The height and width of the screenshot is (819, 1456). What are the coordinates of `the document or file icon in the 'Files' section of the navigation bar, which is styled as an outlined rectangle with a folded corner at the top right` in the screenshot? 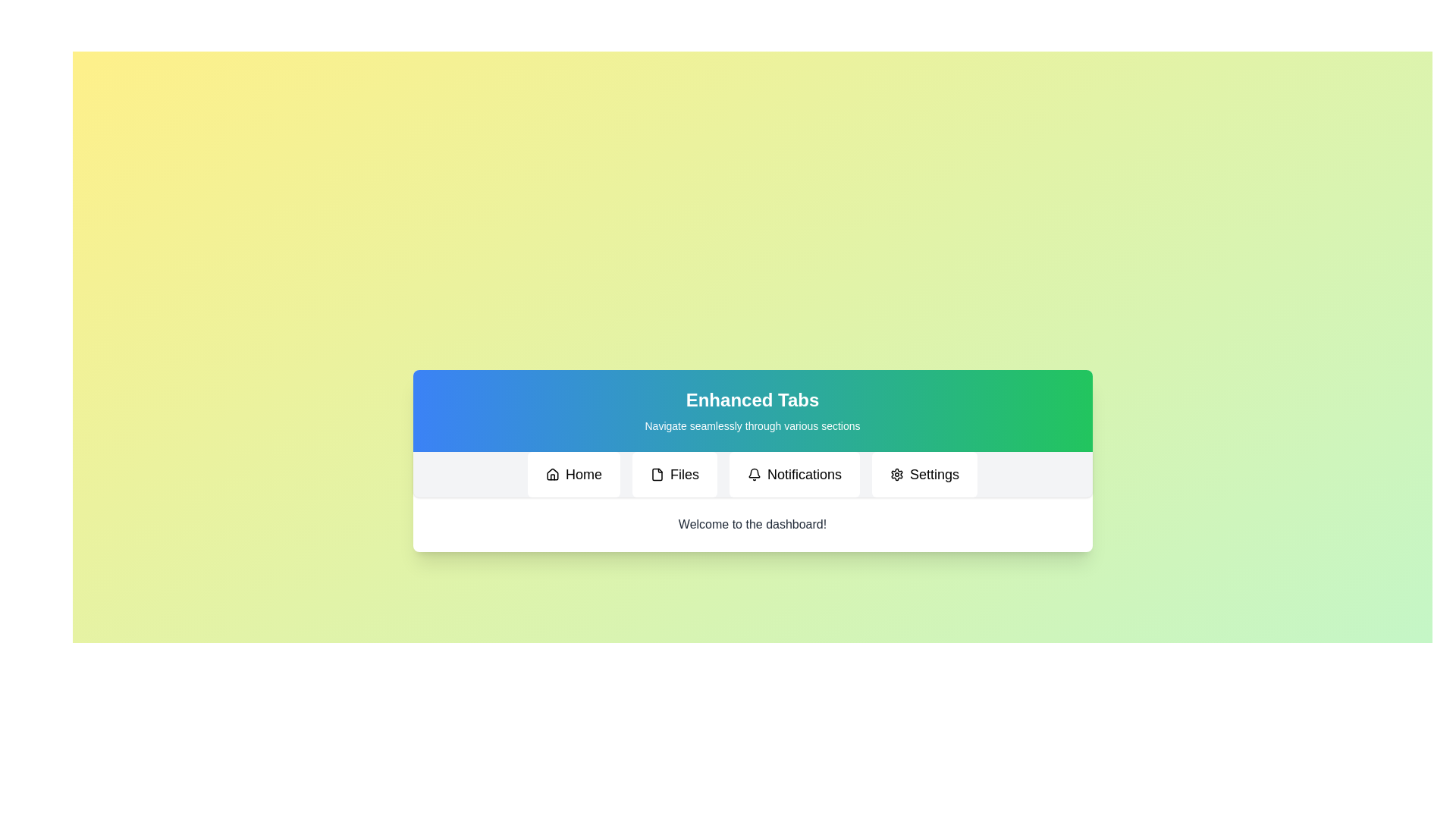 It's located at (657, 473).